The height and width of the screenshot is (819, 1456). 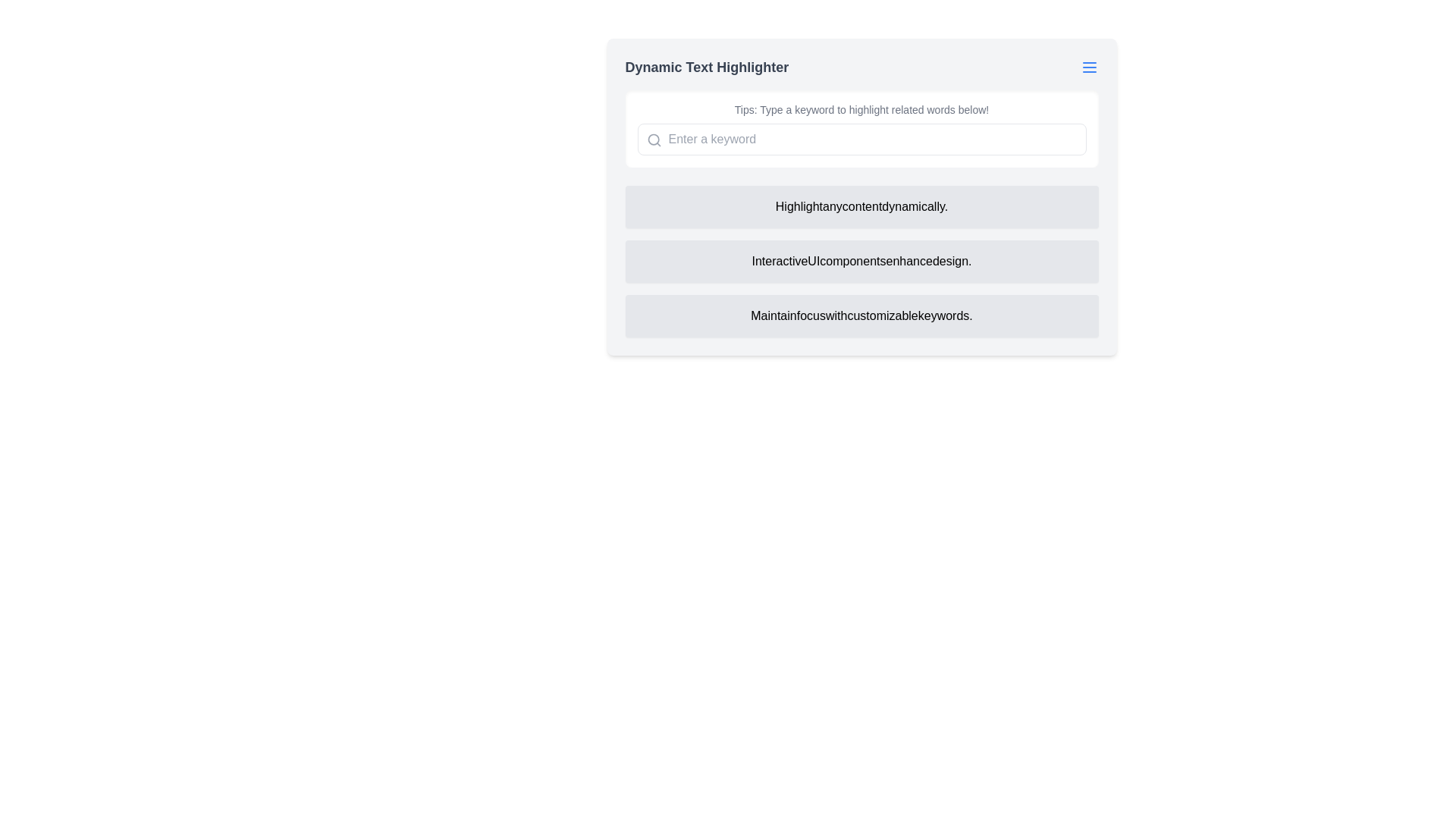 What do you see at coordinates (861, 196) in the screenshot?
I see `the first Static info card within the 'Dynamic Text Highlighter' section, which serves as a static content display segment` at bounding box center [861, 196].